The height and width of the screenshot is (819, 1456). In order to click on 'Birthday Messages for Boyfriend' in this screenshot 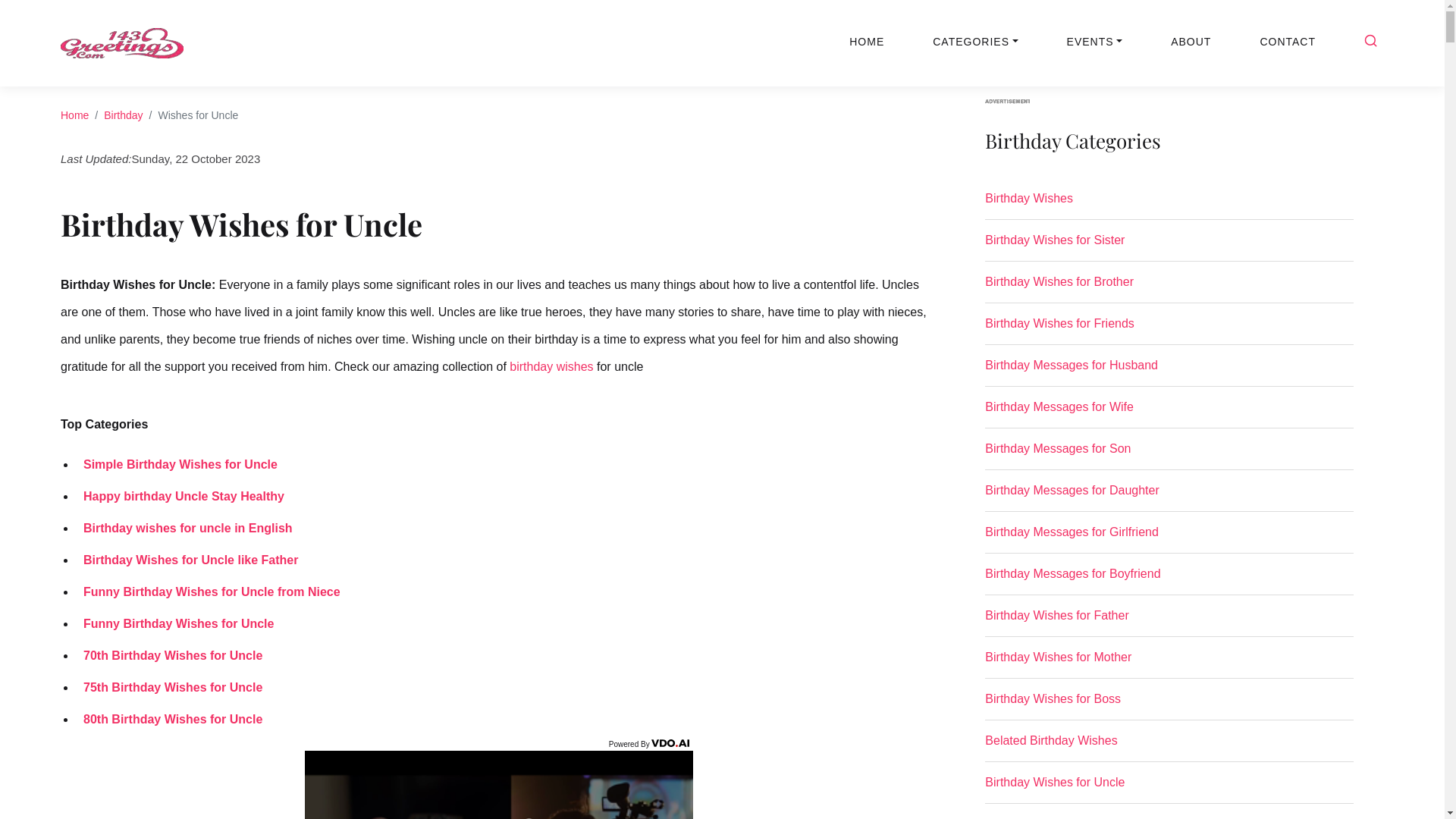, I will do `click(1168, 579)`.